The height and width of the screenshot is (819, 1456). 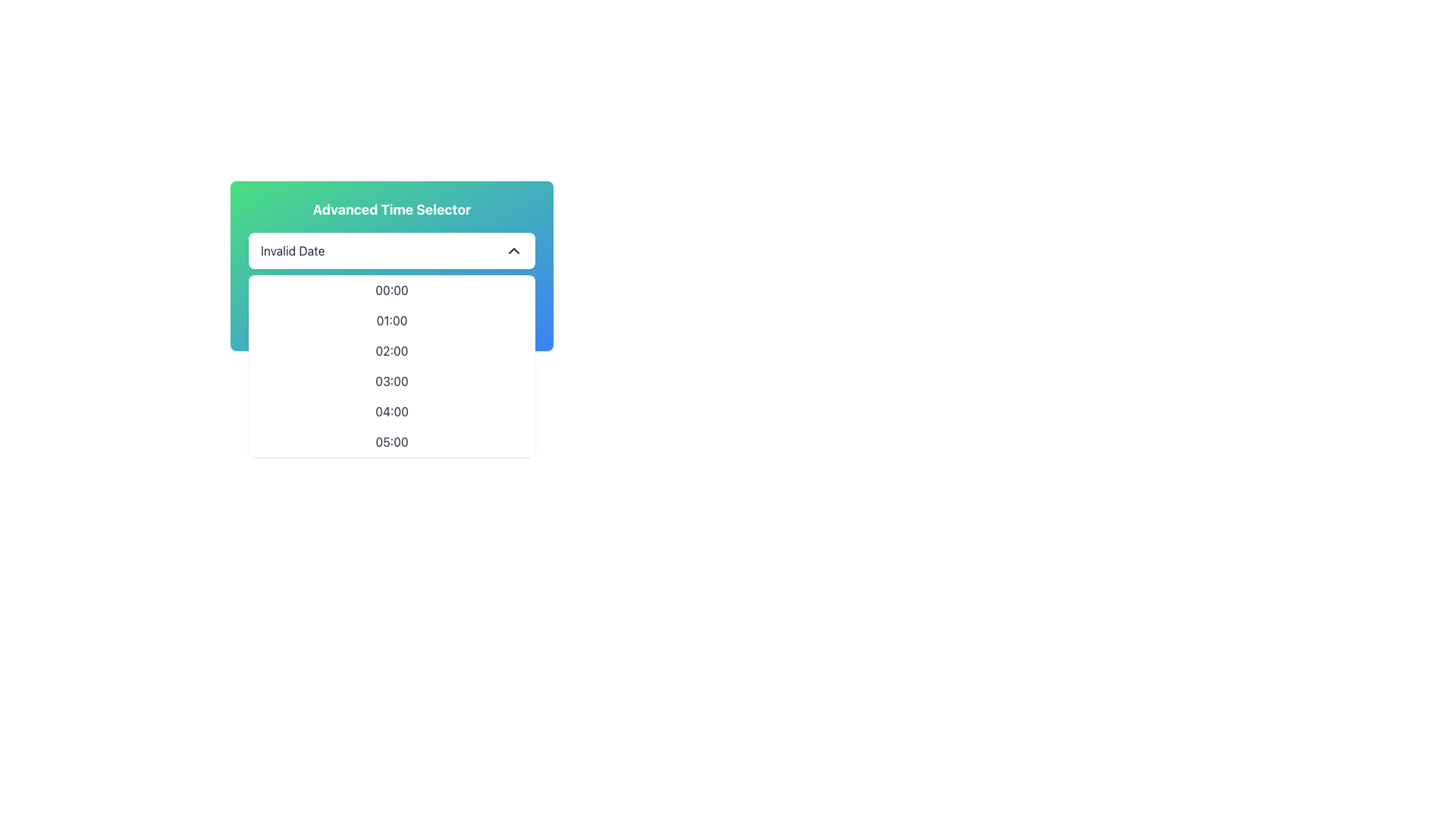 I want to click on the button labeled '12:00' in the Button group located within the 'Quick Select' section for keyboard interaction, so click(x=392, y=317).